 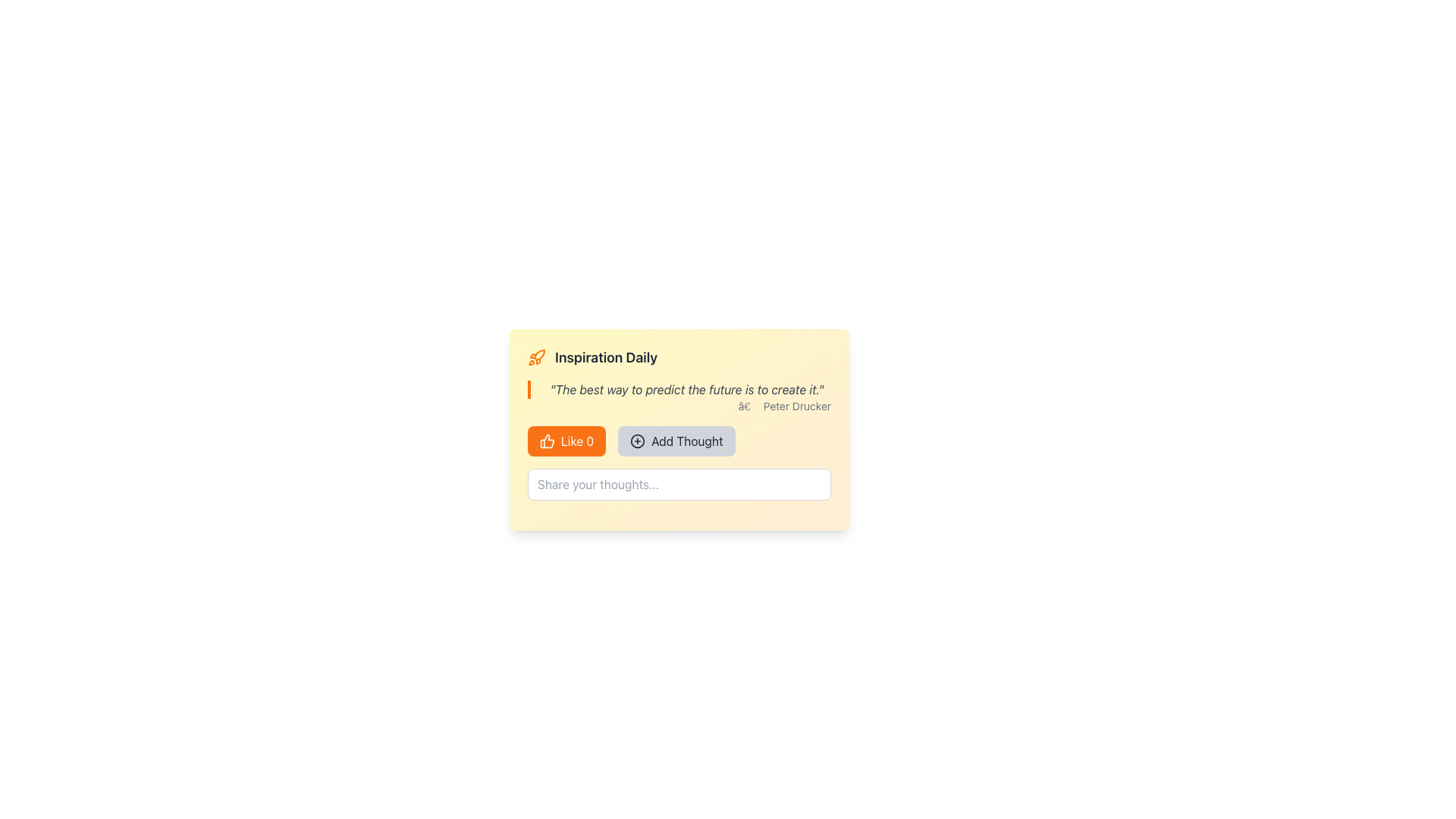 What do you see at coordinates (566, 441) in the screenshot?
I see `the 'Like 0' button with a thumbs-up icon, which has a vibrant orange background and is located to the left of the 'Add Thought' button in the horizontal button group at the bottom of the 'Inspiration Daily' card` at bounding box center [566, 441].